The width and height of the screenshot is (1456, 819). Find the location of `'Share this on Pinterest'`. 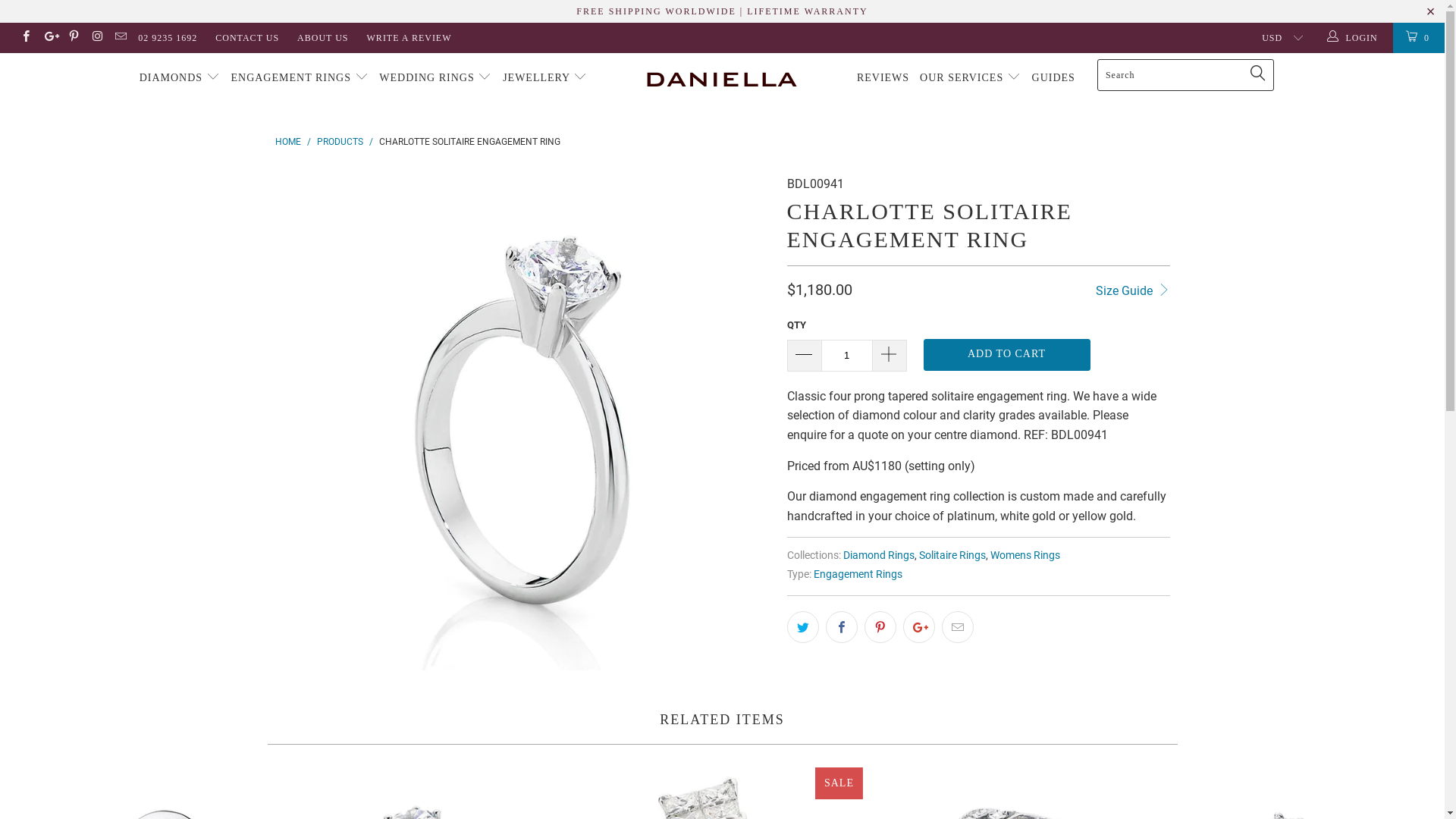

'Share this on Pinterest' is located at coordinates (880, 626).